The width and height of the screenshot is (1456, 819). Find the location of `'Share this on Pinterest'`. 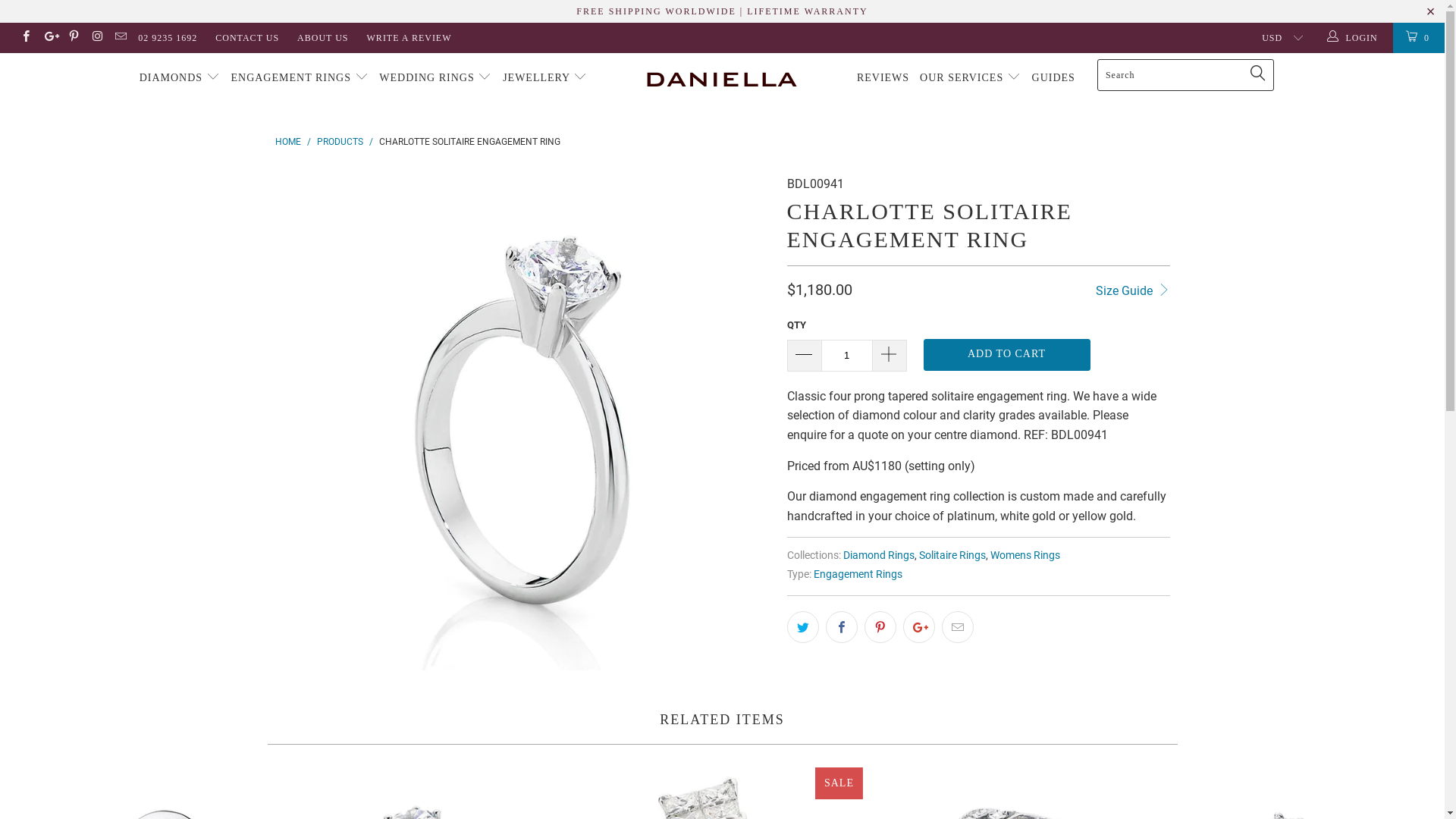

'Share this on Pinterest' is located at coordinates (880, 626).